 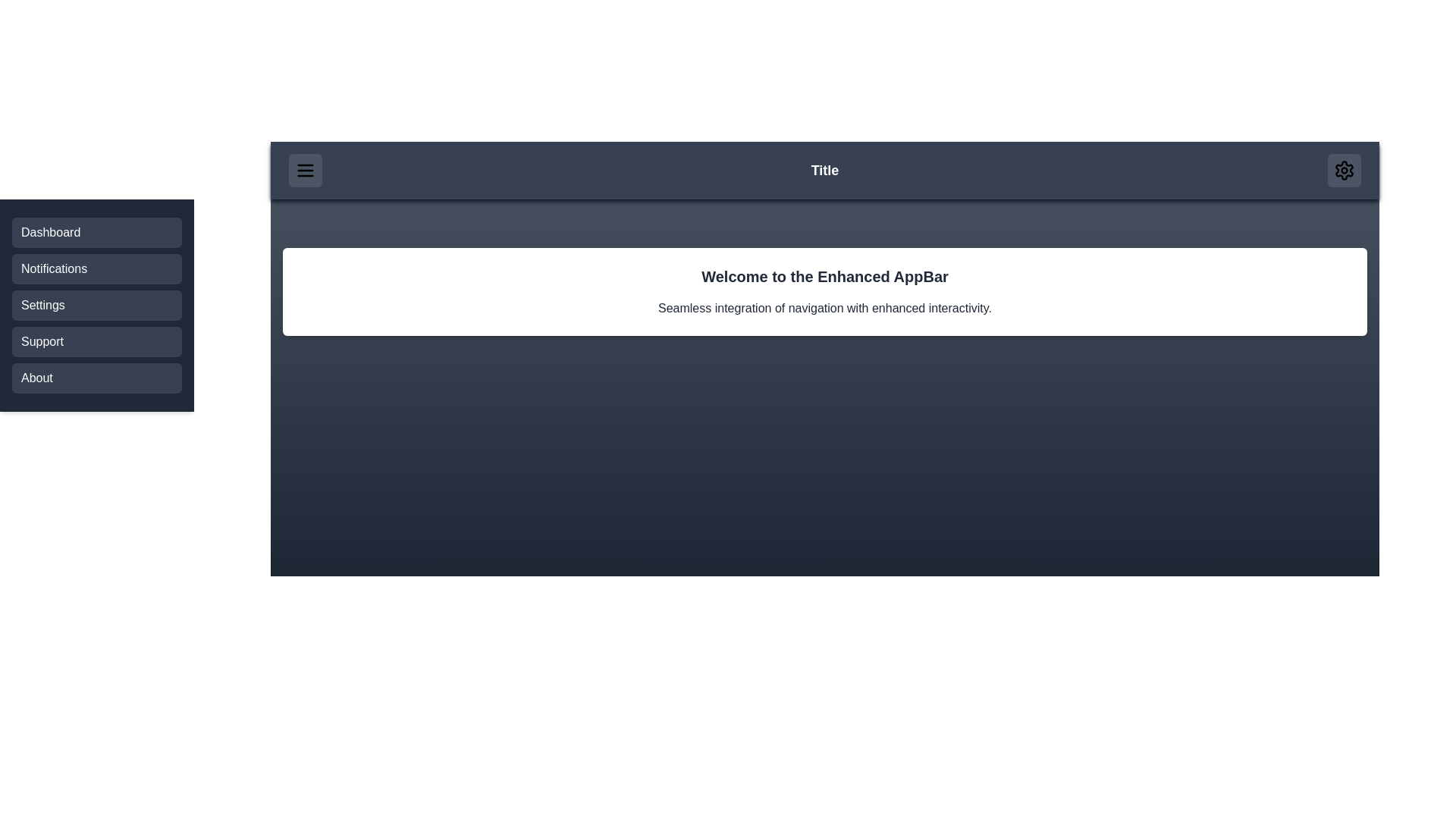 I want to click on the Notifications menu item, so click(x=96, y=268).